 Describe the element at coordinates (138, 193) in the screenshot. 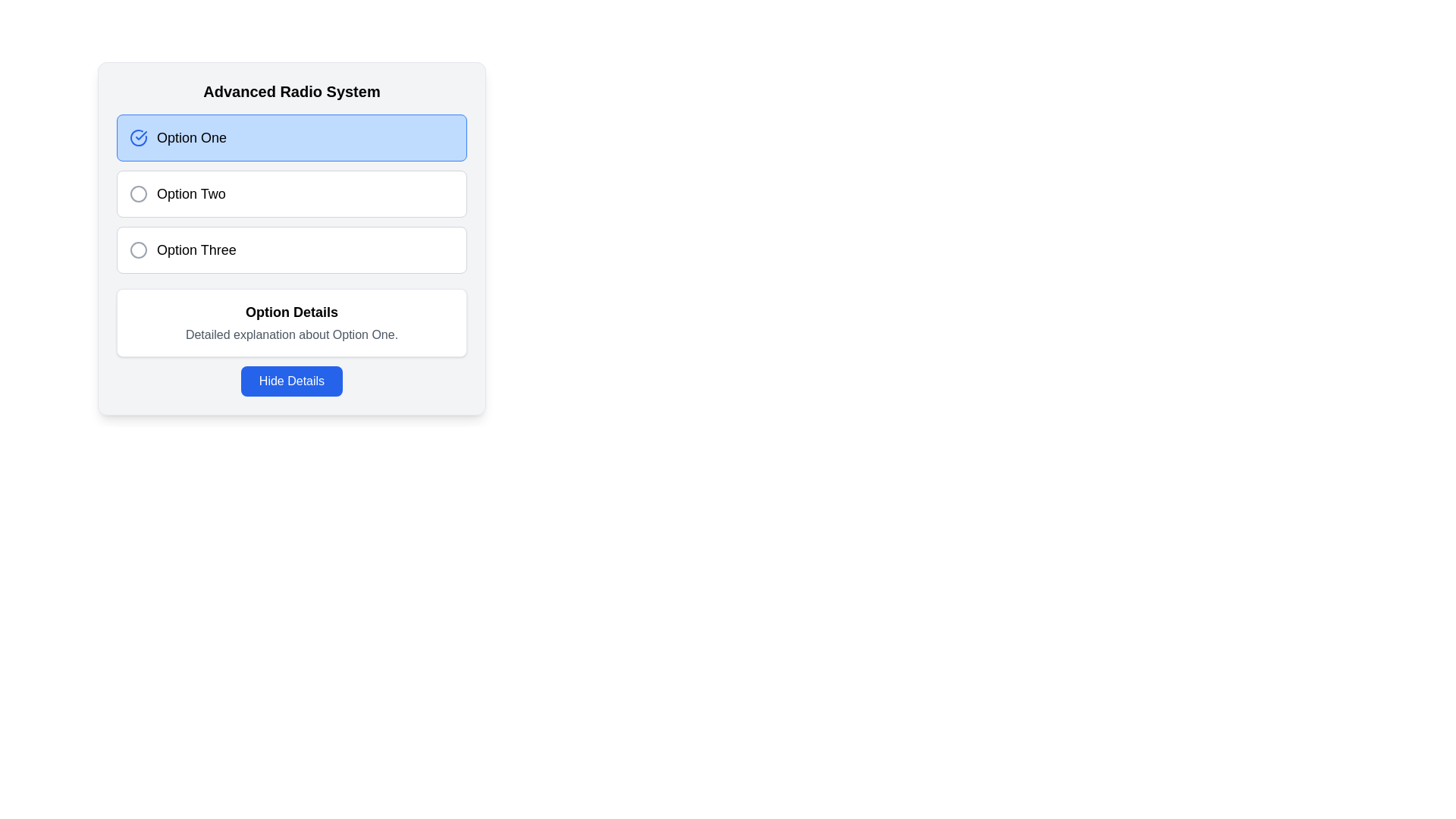

I see `the innermost circle of the radio button labeled 'Option Two'` at that location.